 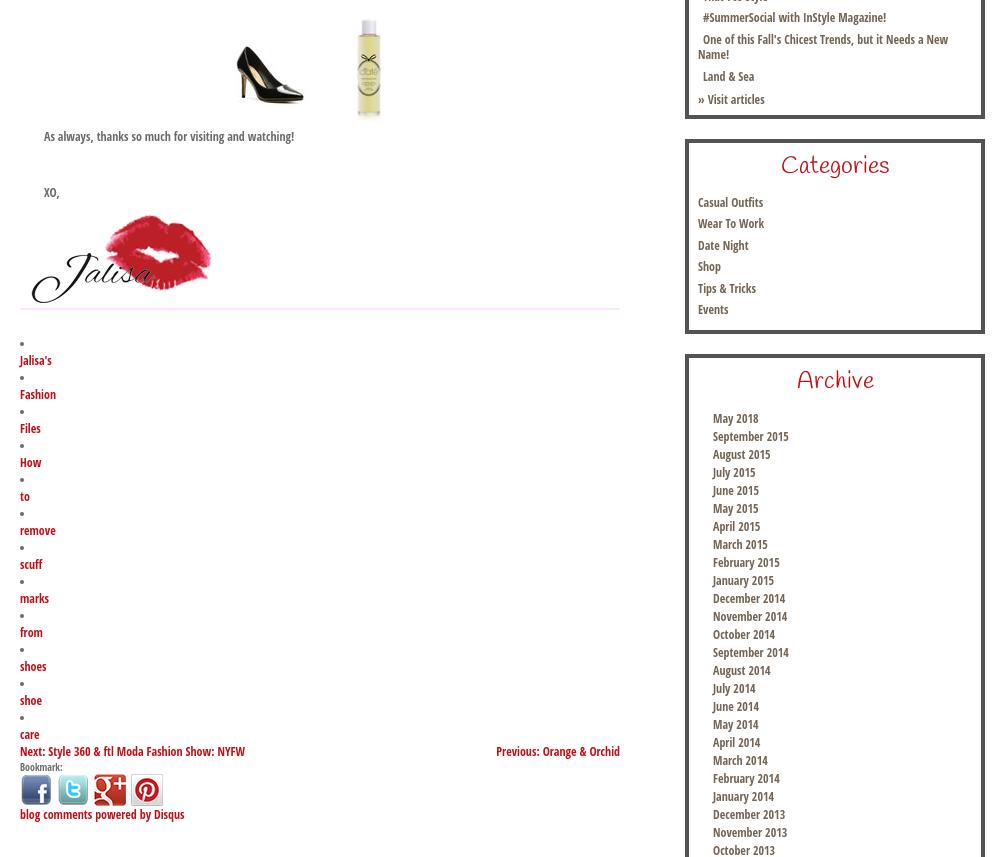 What do you see at coordinates (834, 166) in the screenshot?
I see `'Categories'` at bounding box center [834, 166].